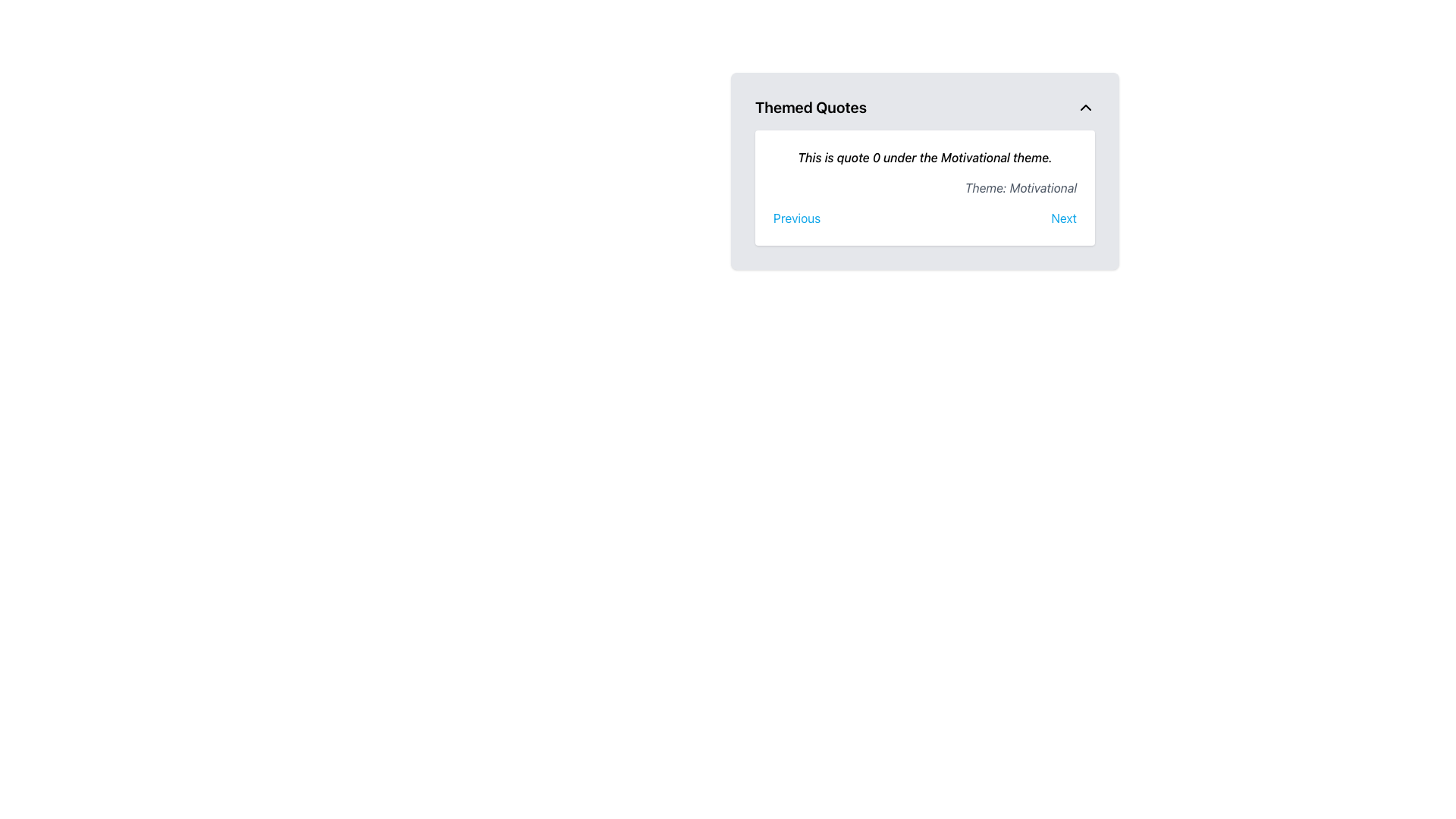 This screenshot has width=1456, height=819. I want to click on the header text 'Themed Quotes' which is styled in bold, large sans-serif font located at the top-left corner of the card, so click(810, 107).